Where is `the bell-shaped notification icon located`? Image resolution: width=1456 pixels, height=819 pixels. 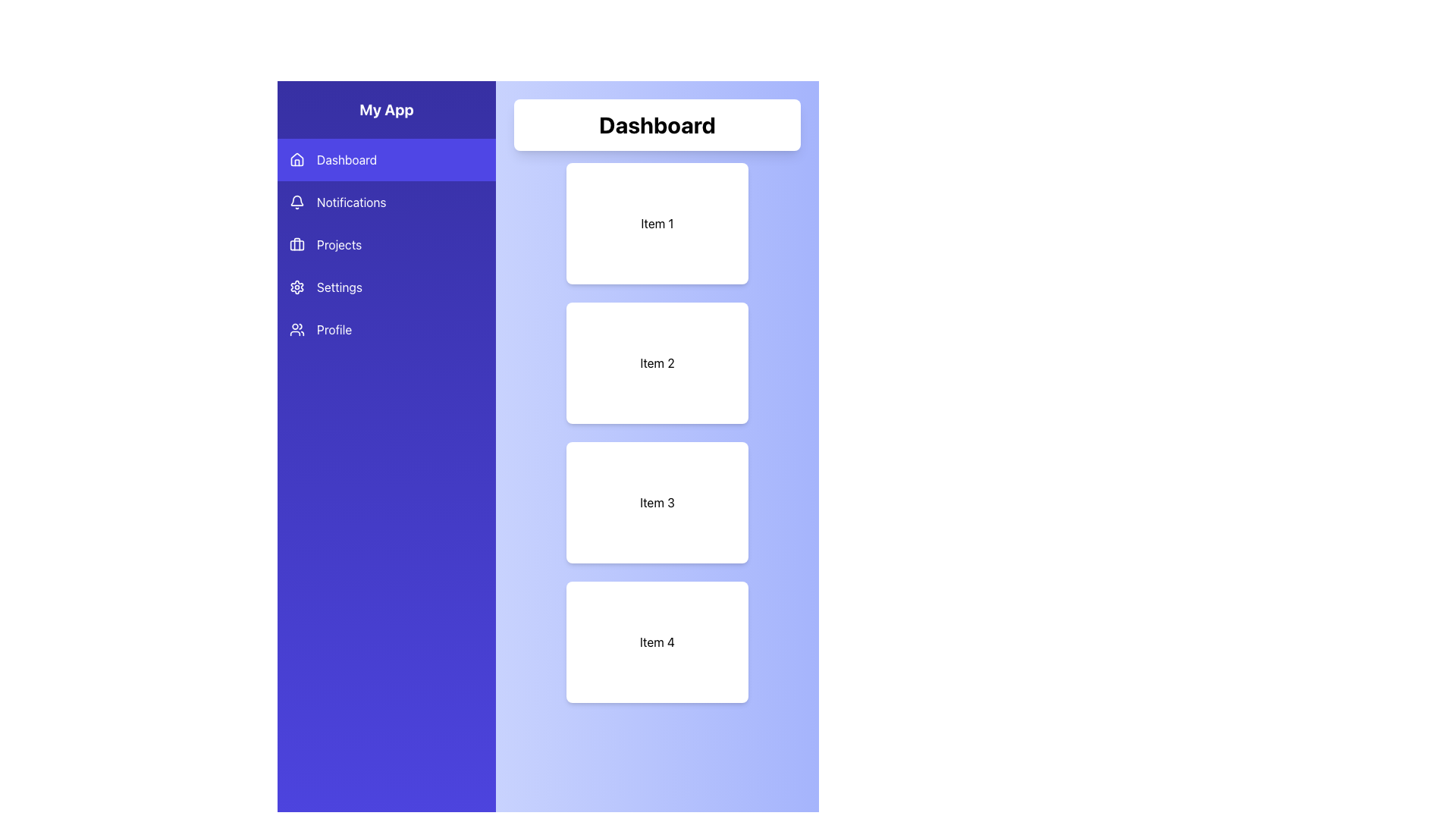
the bell-shaped notification icon located is located at coordinates (297, 199).